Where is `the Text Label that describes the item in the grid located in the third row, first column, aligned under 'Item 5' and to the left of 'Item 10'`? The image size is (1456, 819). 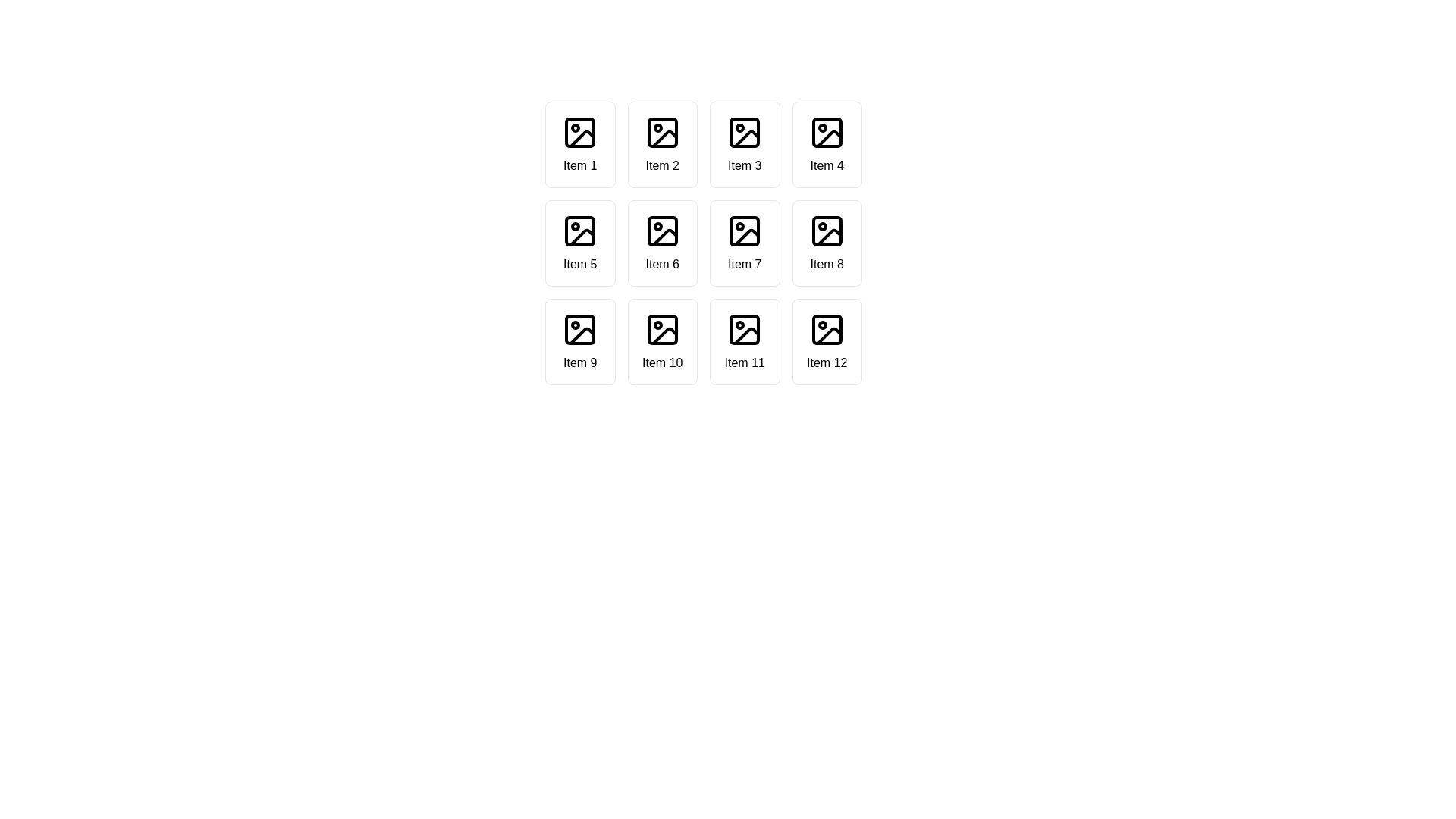 the Text Label that describes the item in the grid located in the third row, first column, aligned under 'Item 5' and to the left of 'Item 10' is located at coordinates (579, 362).